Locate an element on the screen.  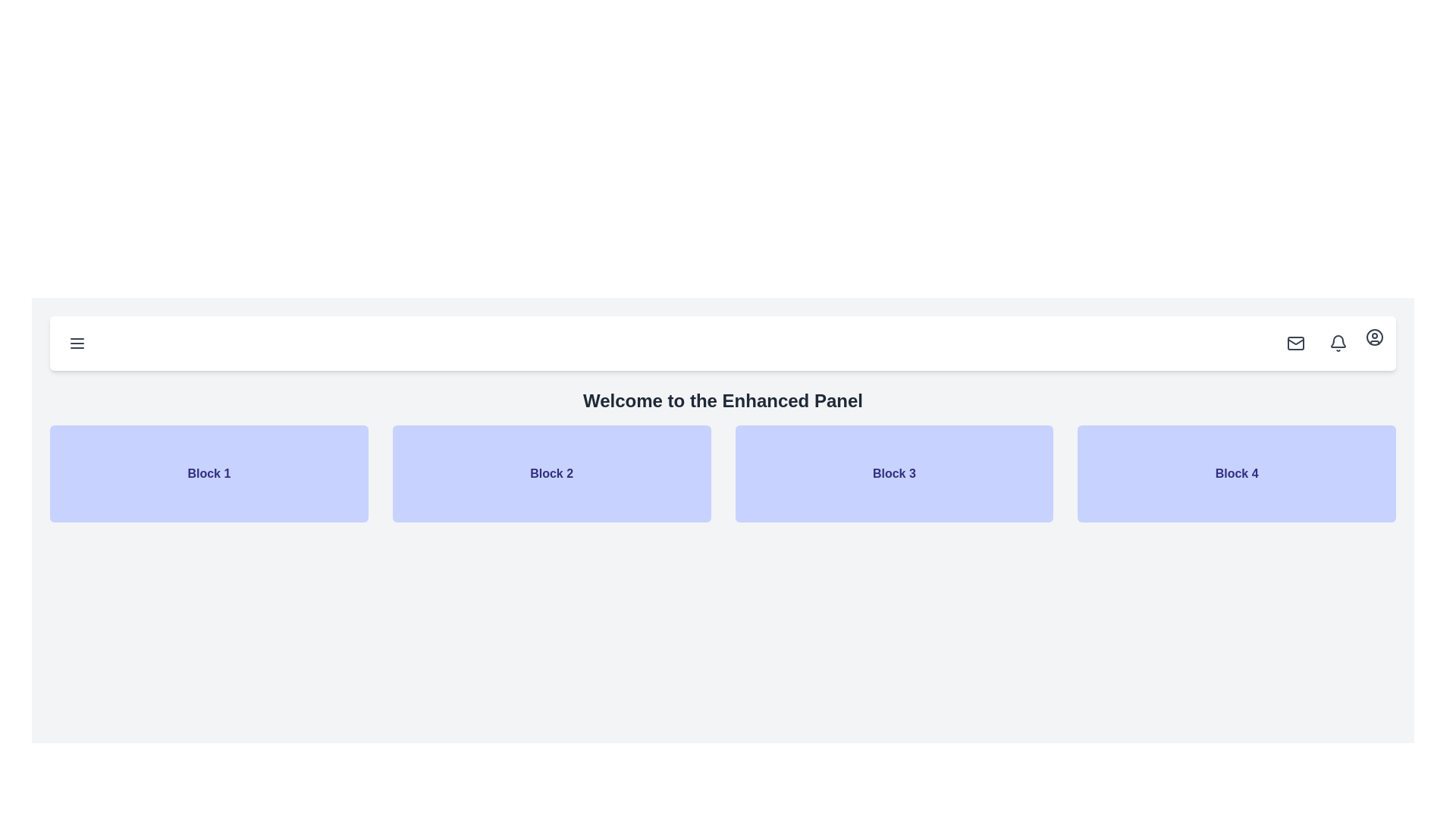
the blue rectangular information display box labeled 'Block 3', which is the third box in a row of four, located under the heading 'Welcome to the Enhanced Panel' is located at coordinates (894, 472).